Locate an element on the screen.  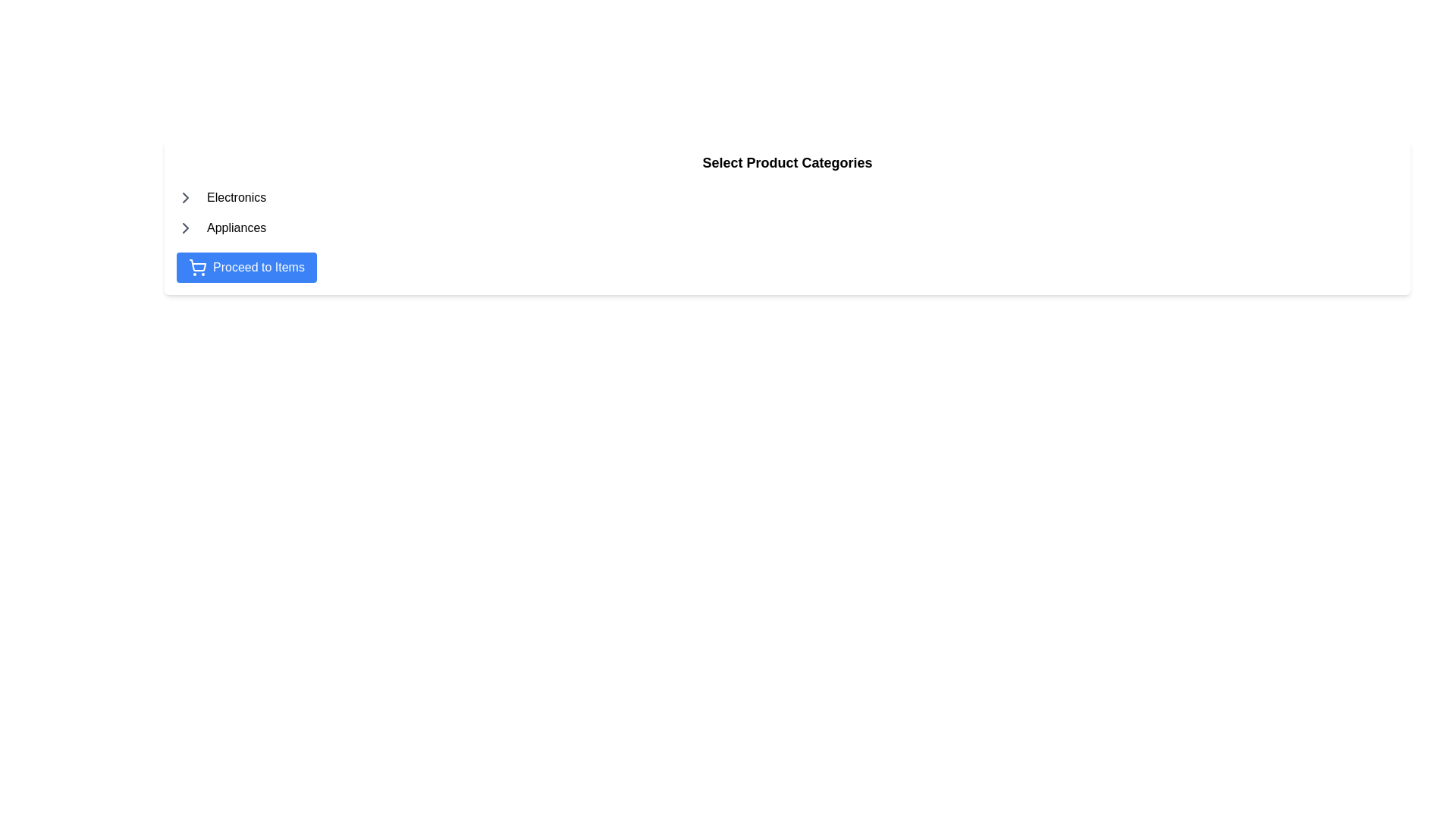
the decorative shopping icon within the 'Proceed to Items' button, located towards the bottom-right of the button is located at coordinates (197, 265).